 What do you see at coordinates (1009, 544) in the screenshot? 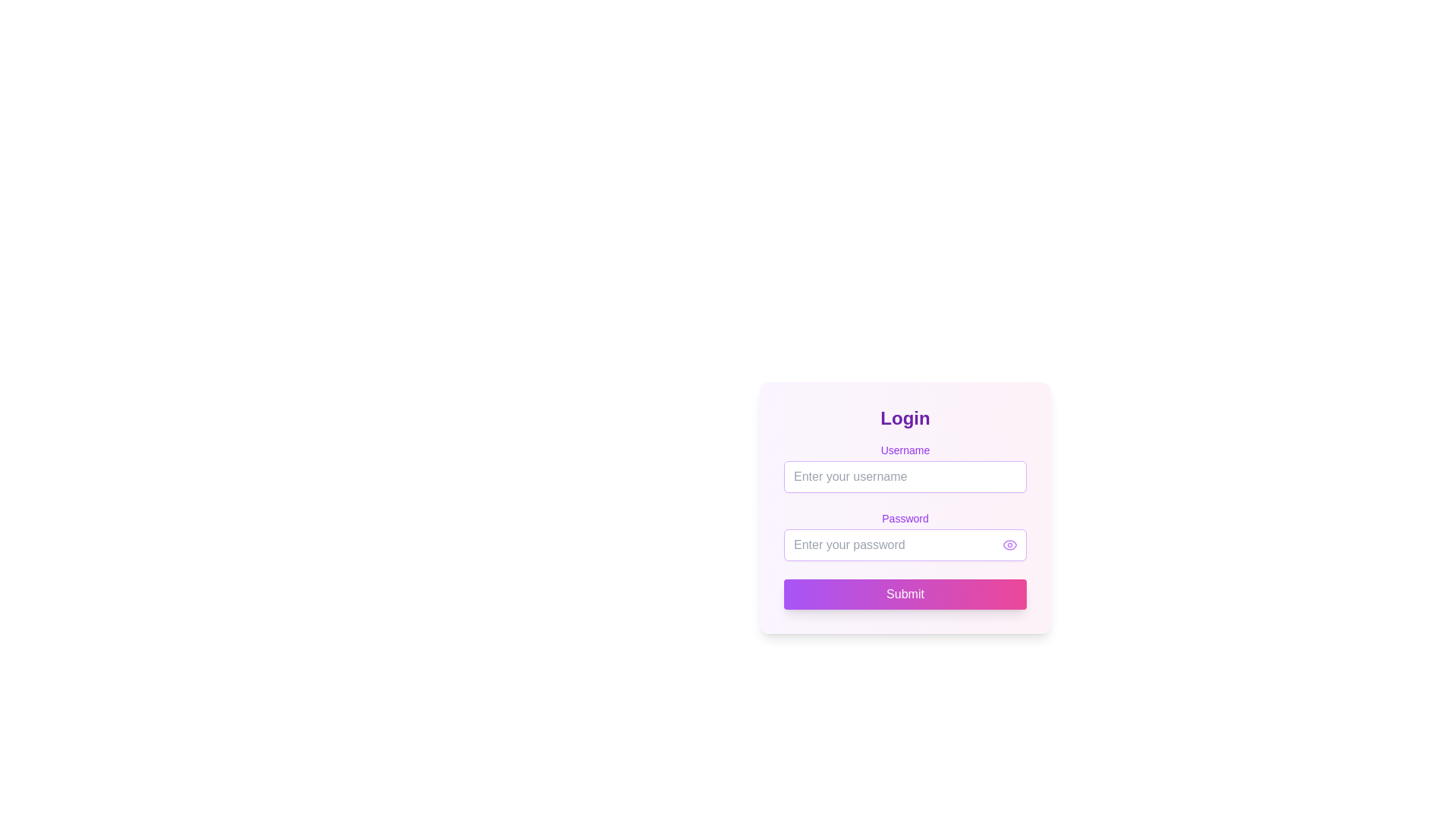
I see `the purple eye icon representing the visibility toggle button located to the right of the password input field in the login form` at bounding box center [1009, 544].